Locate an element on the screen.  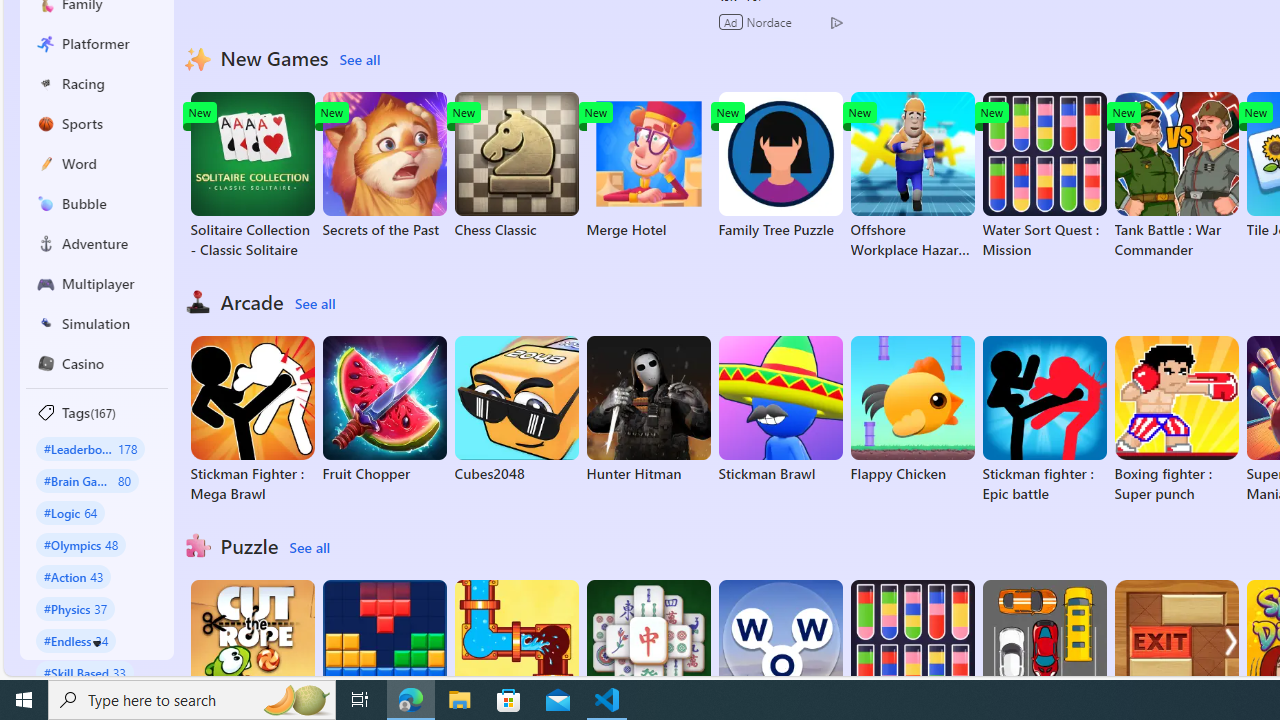
'Family Tree Puzzle' is located at coordinates (779, 164).